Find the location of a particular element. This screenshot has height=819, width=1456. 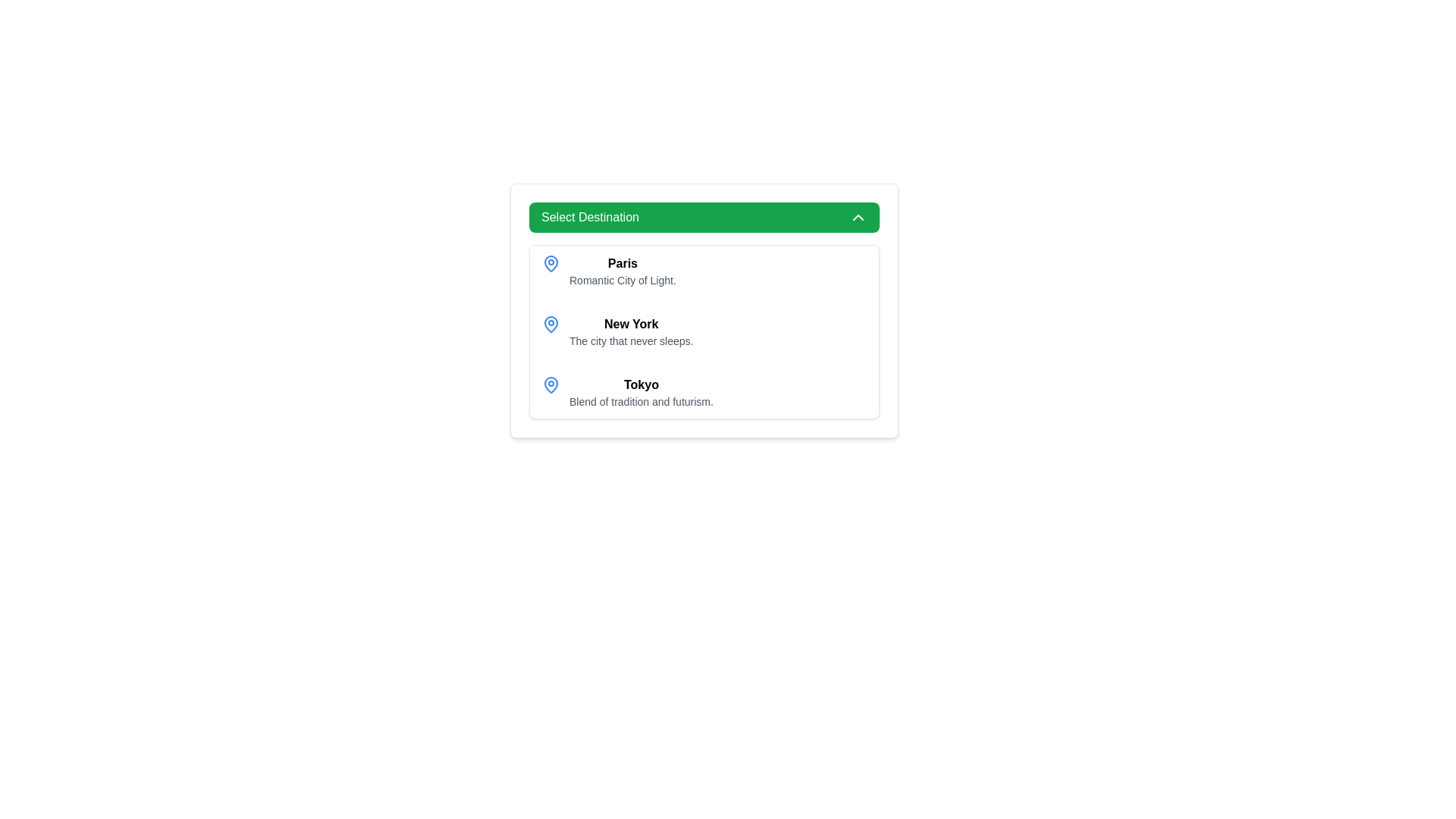

the text element 'Romantic City of Light', which is styled in a smaller light gray font and located directly below the larger text 'Paris' is located at coordinates (623, 281).